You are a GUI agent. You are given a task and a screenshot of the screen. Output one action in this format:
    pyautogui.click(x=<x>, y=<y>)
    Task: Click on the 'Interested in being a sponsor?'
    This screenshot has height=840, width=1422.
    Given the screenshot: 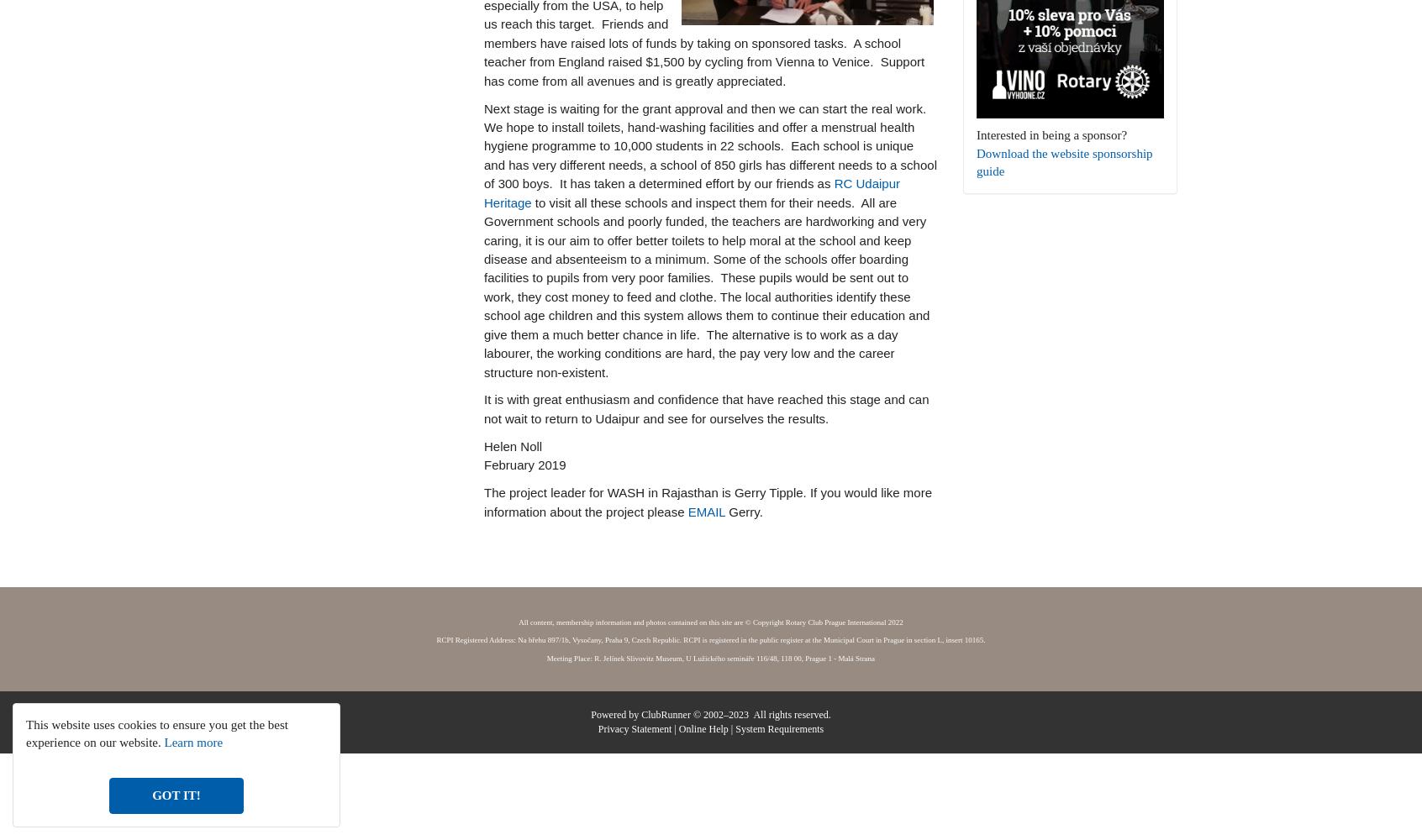 What is the action you would take?
    pyautogui.click(x=1051, y=135)
    